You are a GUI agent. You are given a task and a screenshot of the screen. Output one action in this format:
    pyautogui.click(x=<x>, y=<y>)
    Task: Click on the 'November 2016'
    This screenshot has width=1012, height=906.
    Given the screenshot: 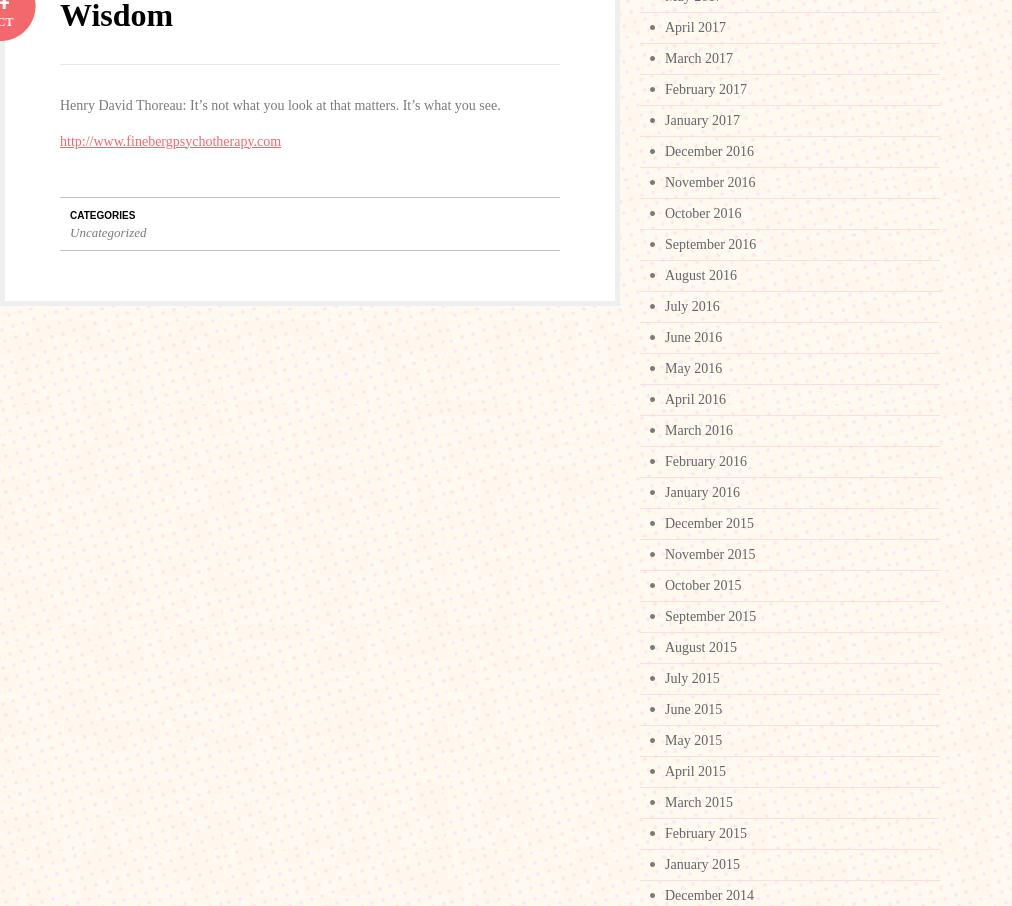 What is the action you would take?
    pyautogui.click(x=710, y=181)
    